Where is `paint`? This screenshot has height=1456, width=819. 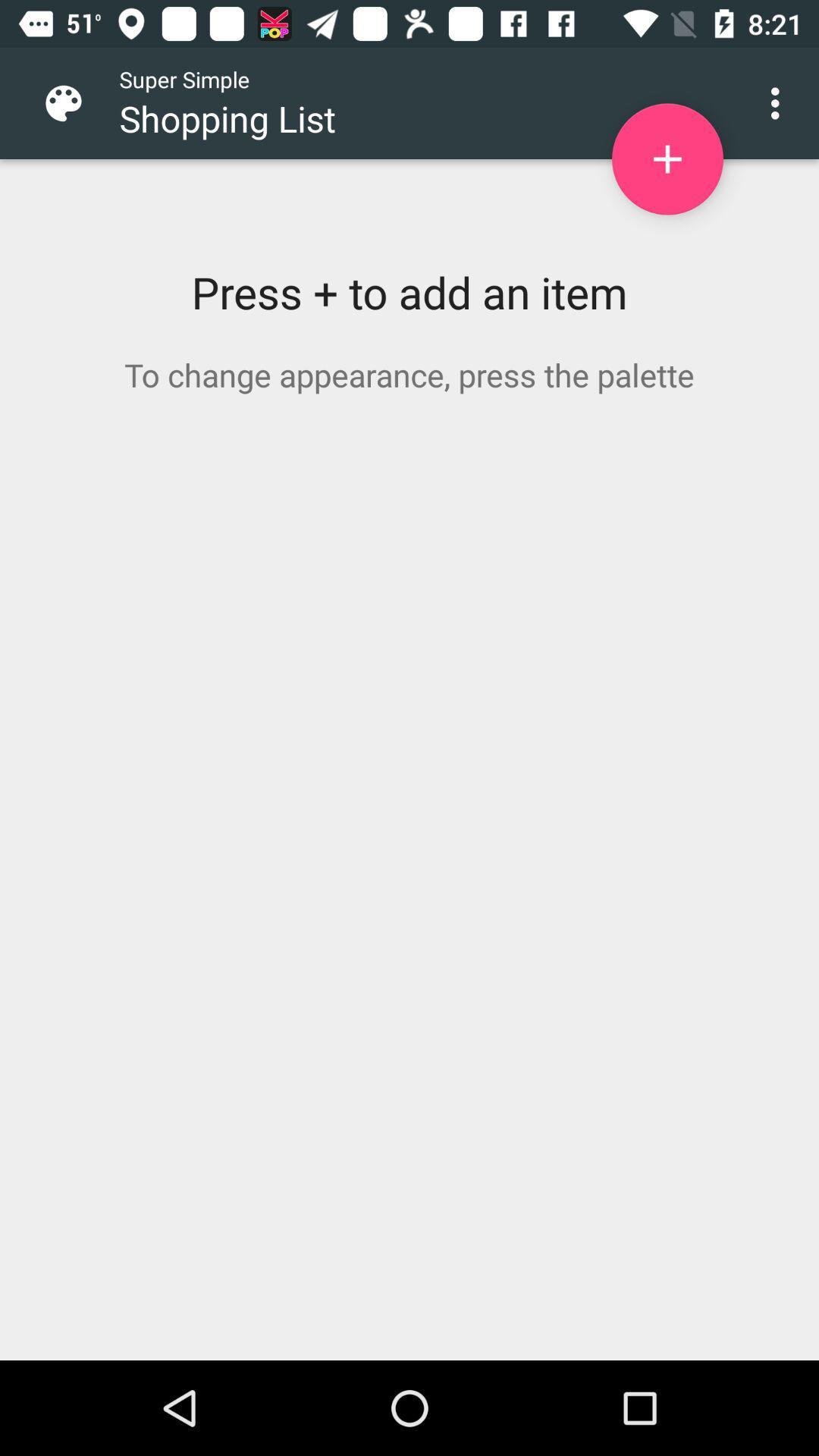 paint is located at coordinates (75, 102).